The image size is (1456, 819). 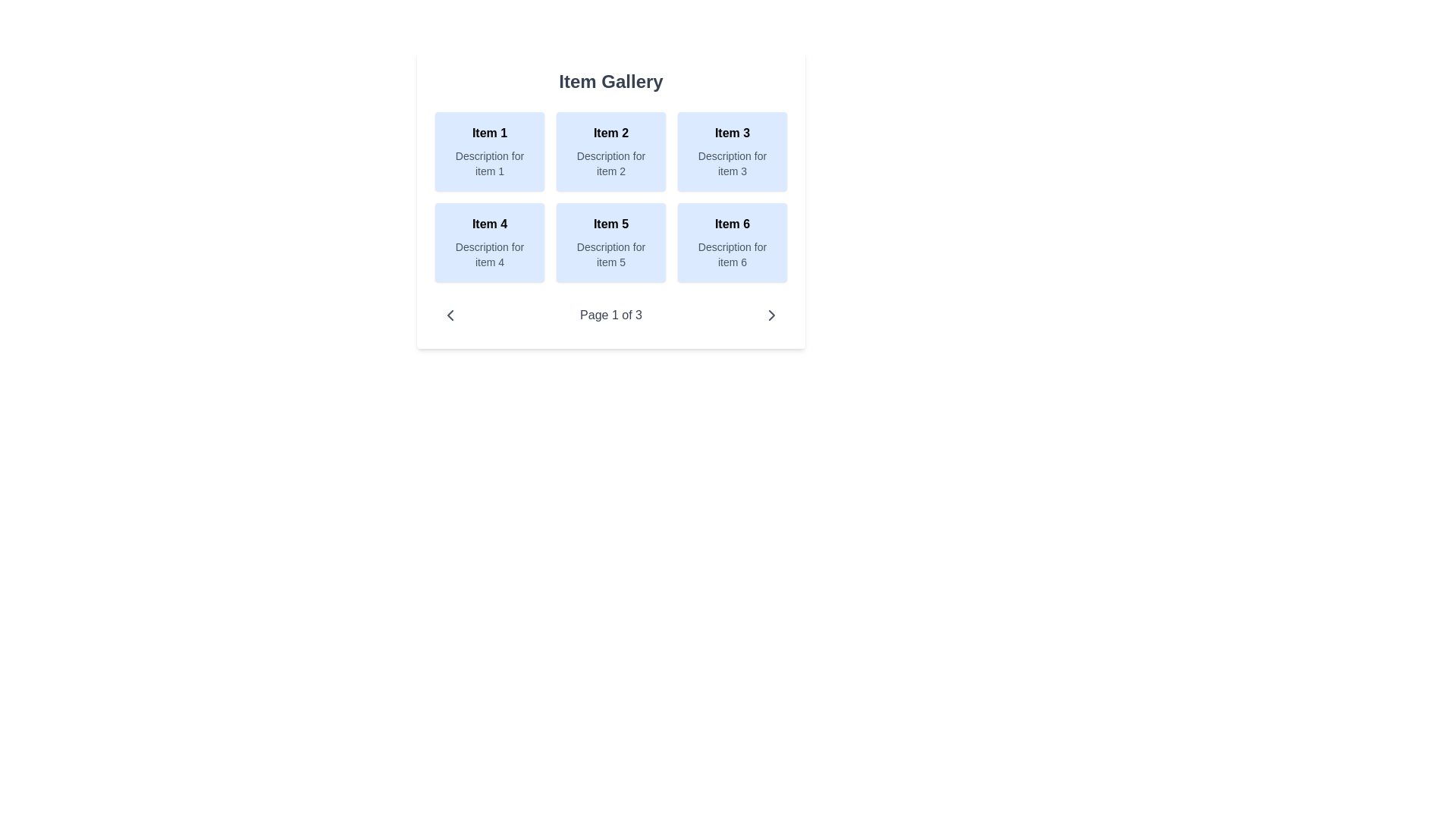 I want to click on the static text label that serves as the title for the third item card in the first row of a grid layout, so click(x=732, y=133).